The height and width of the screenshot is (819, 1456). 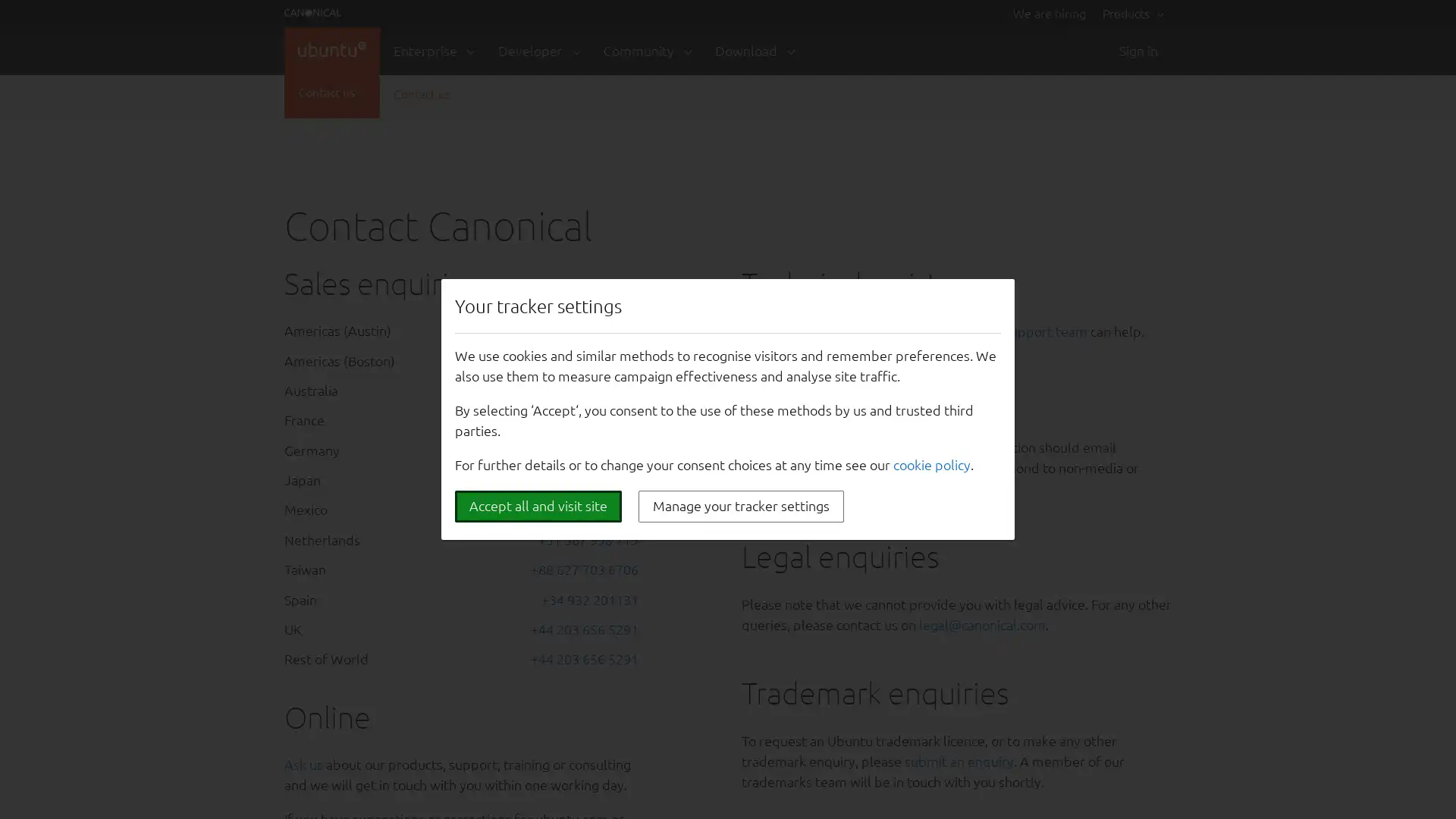 I want to click on Accept all and visit site, so click(x=538, y=506).